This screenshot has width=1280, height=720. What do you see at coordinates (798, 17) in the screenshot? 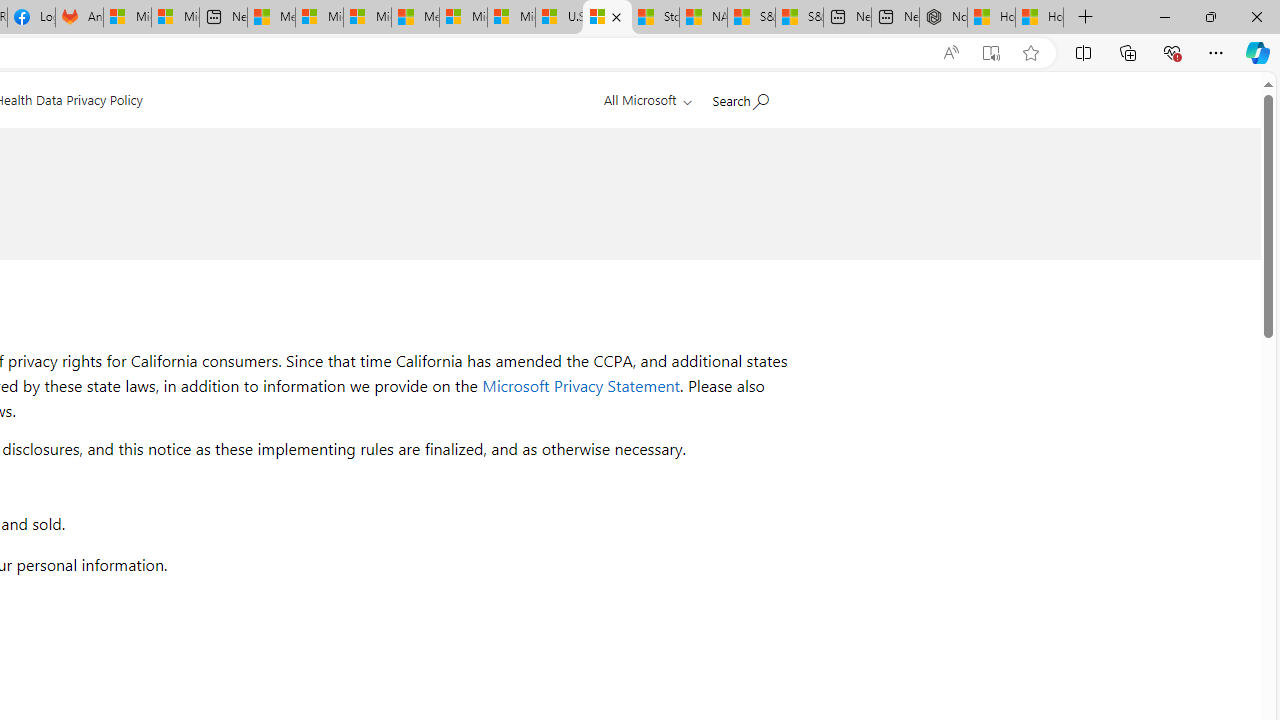
I see `'S&P 500, Nasdaq end lower, weighed by Nvidia dip | Watch'` at bounding box center [798, 17].